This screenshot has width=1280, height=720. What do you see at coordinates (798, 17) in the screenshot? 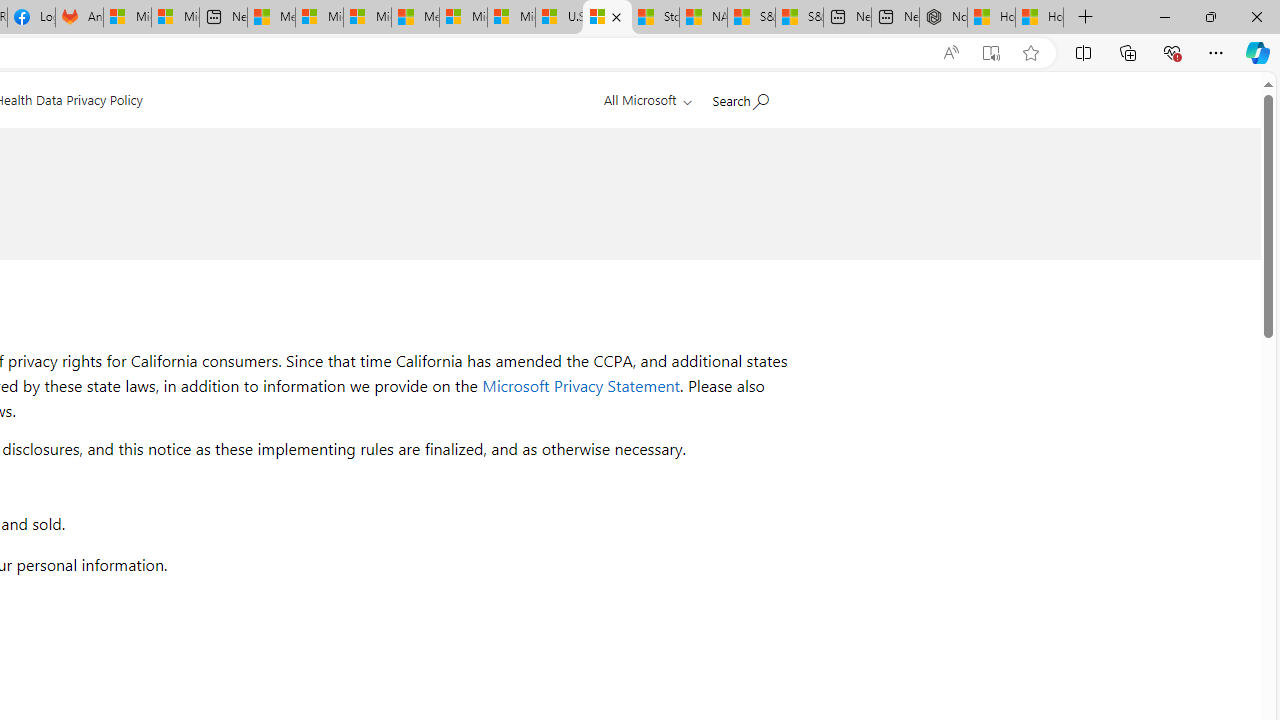
I see `'S&P 500, Nasdaq end lower, weighed by Nvidia dip | Watch'` at bounding box center [798, 17].